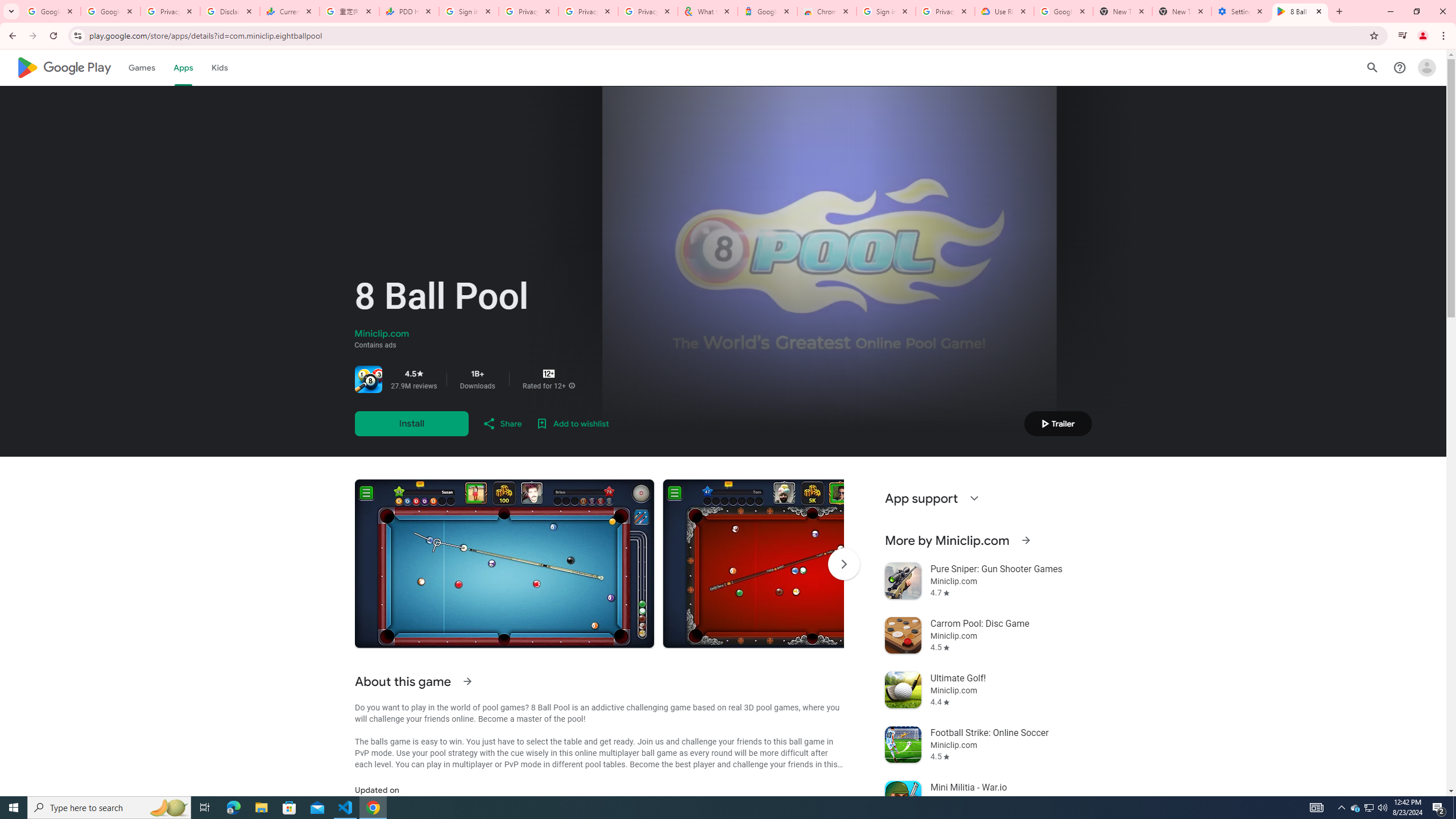 The image size is (1456, 819). I want to click on 'Chrome Web Store - Color themes by Chrome', so click(827, 11).